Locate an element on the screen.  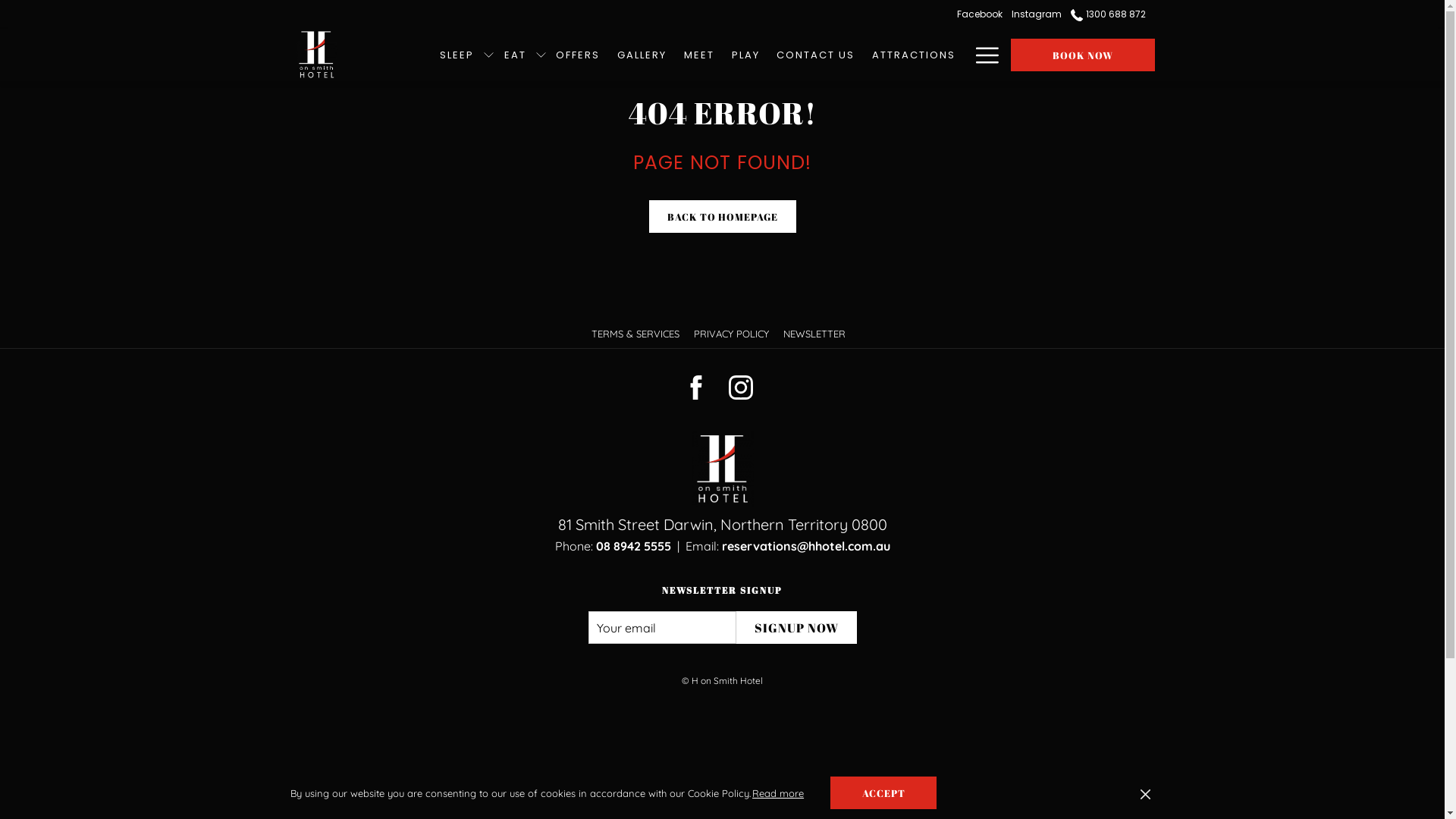
'BACK TO HOMEPAGE' is located at coordinates (648, 216).